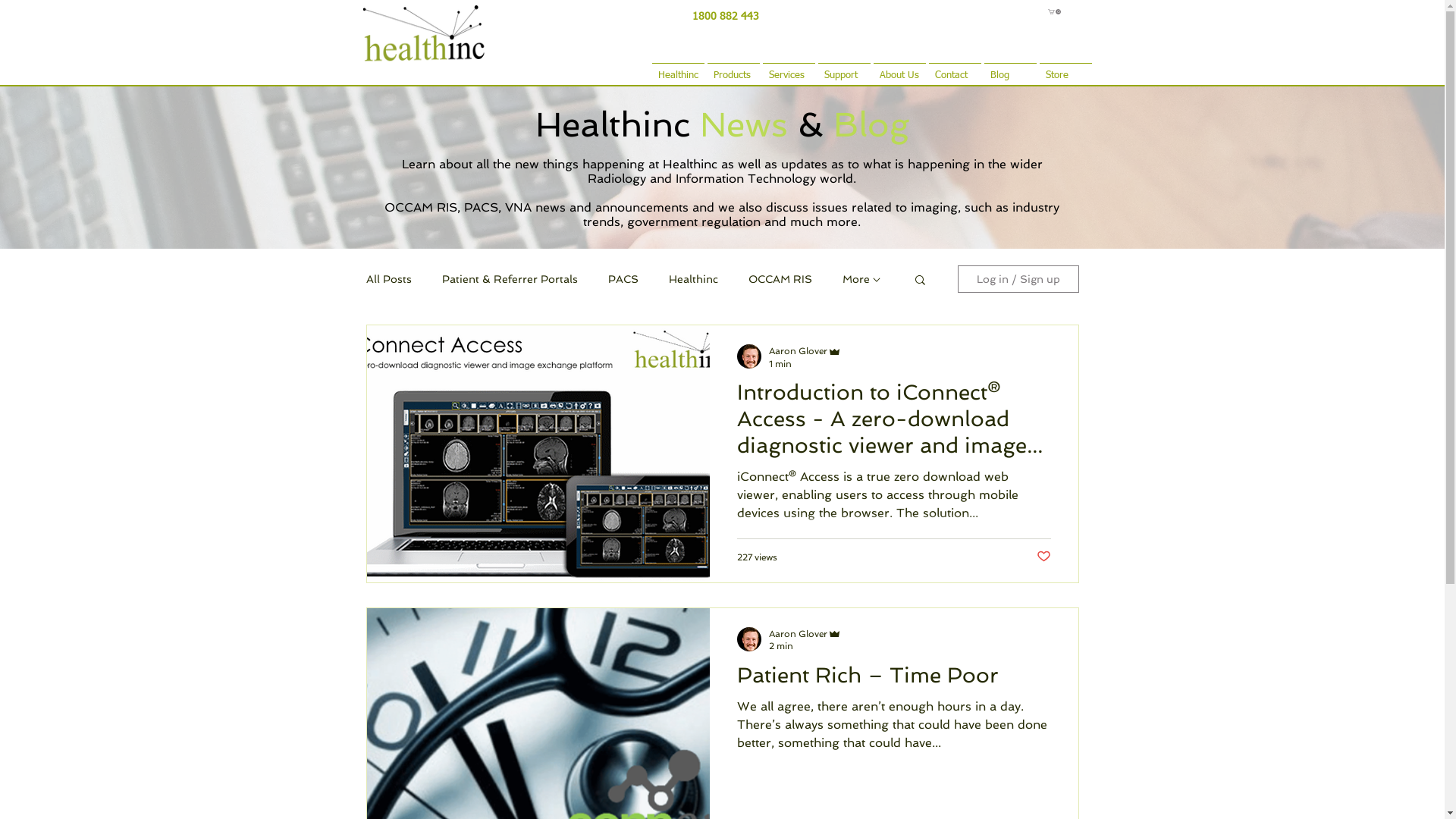 This screenshot has width=1456, height=819. What do you see at coordinates (899, 68) in the screenshot?
I see `'About Us'` at bounding box center [899, 68].